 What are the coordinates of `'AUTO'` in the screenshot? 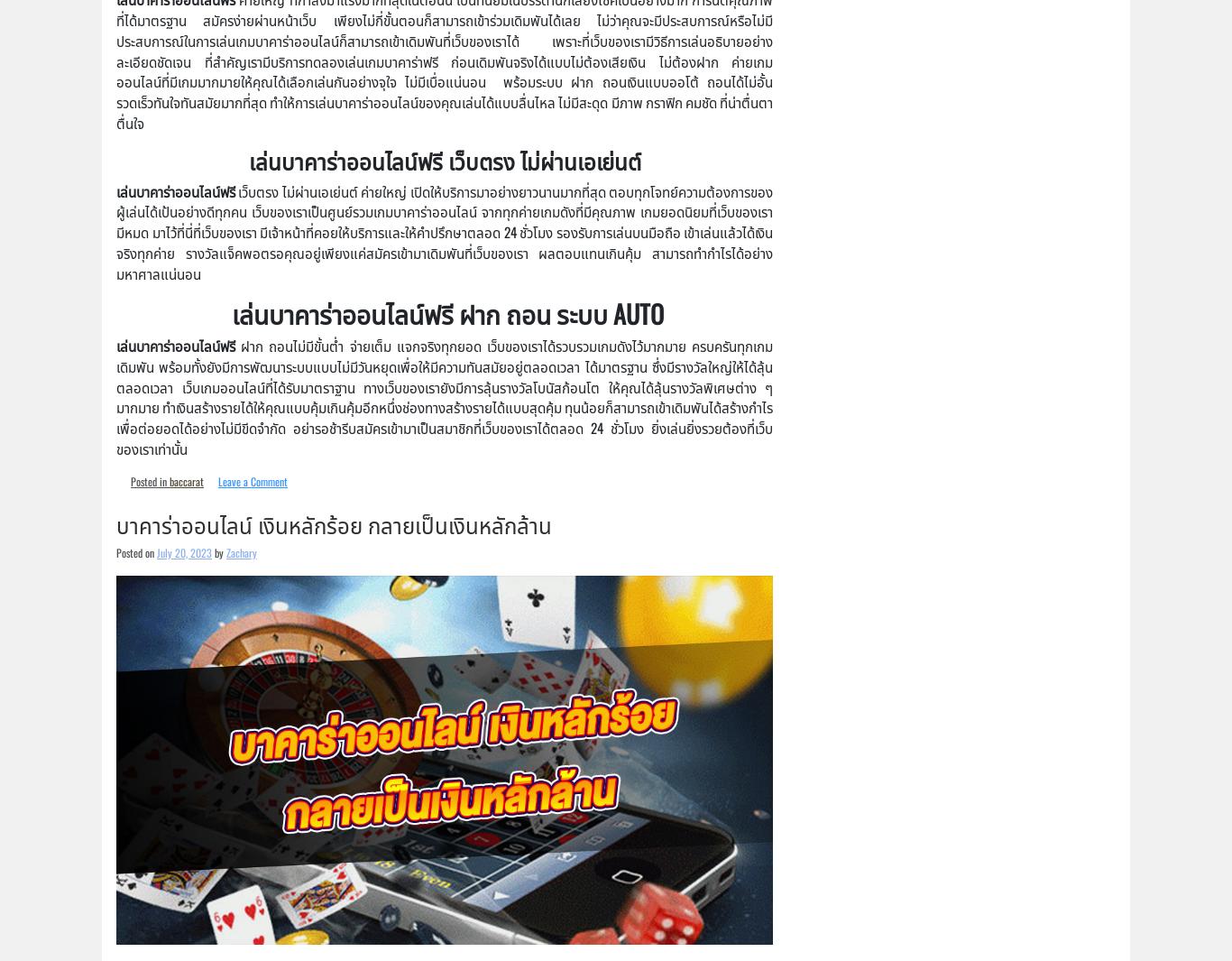 It's located at (611, 311).